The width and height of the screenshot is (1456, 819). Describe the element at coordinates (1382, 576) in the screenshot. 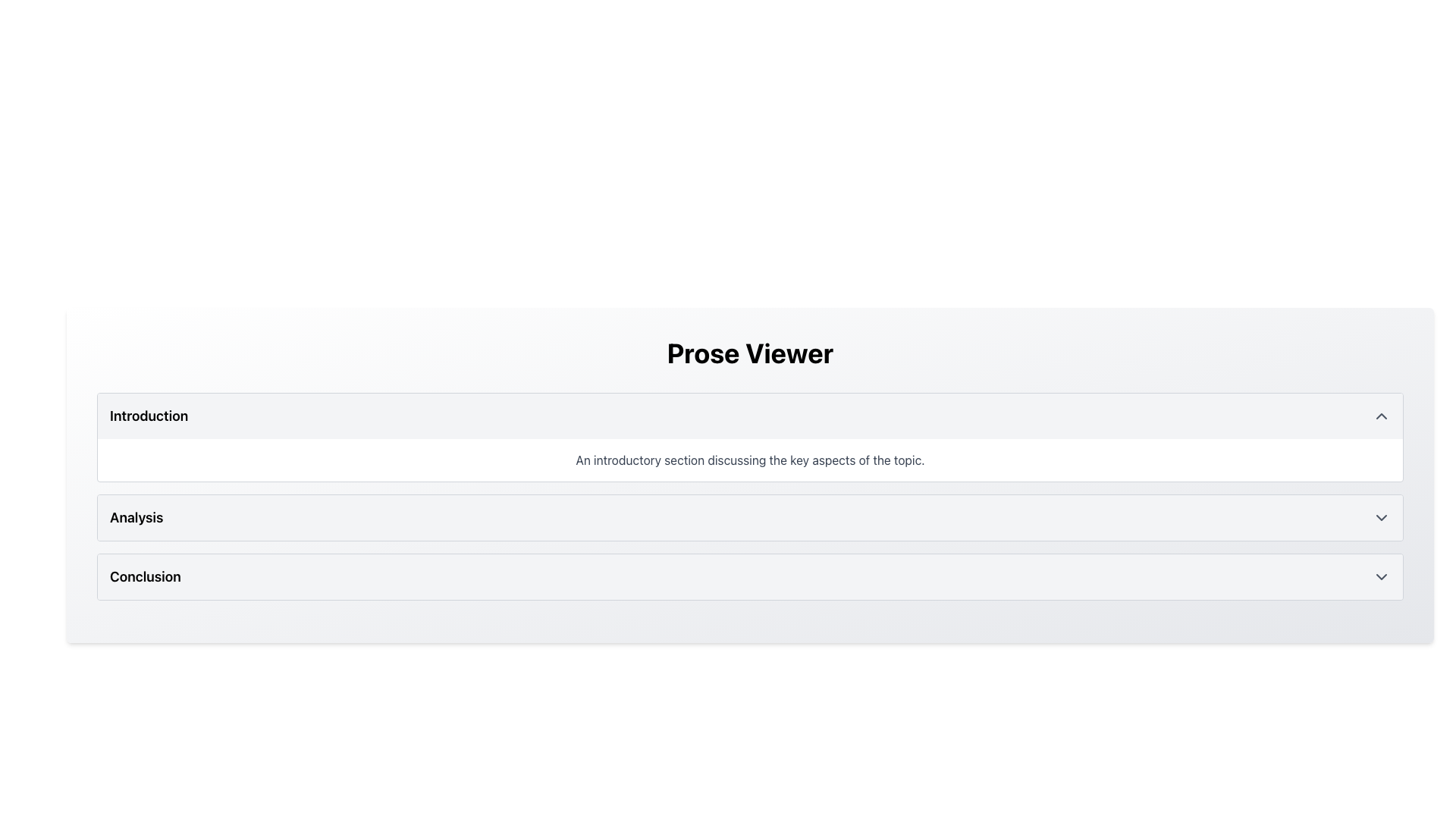

I see `the downward-facing chevron icon styled in gray, located on the far right side of the 'Conclusion' section header, to indicate its interactive state` at that location.